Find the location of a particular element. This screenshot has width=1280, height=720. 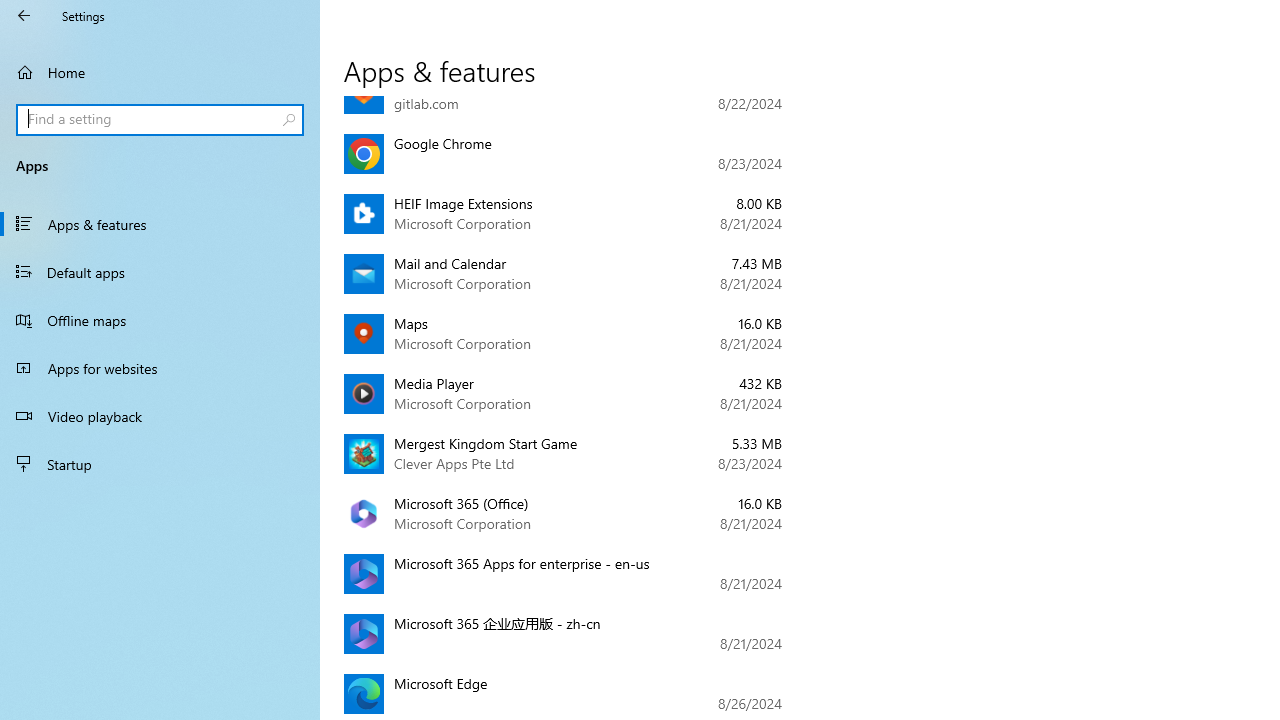

'Offline maps' is located at coordinates (160, 319).